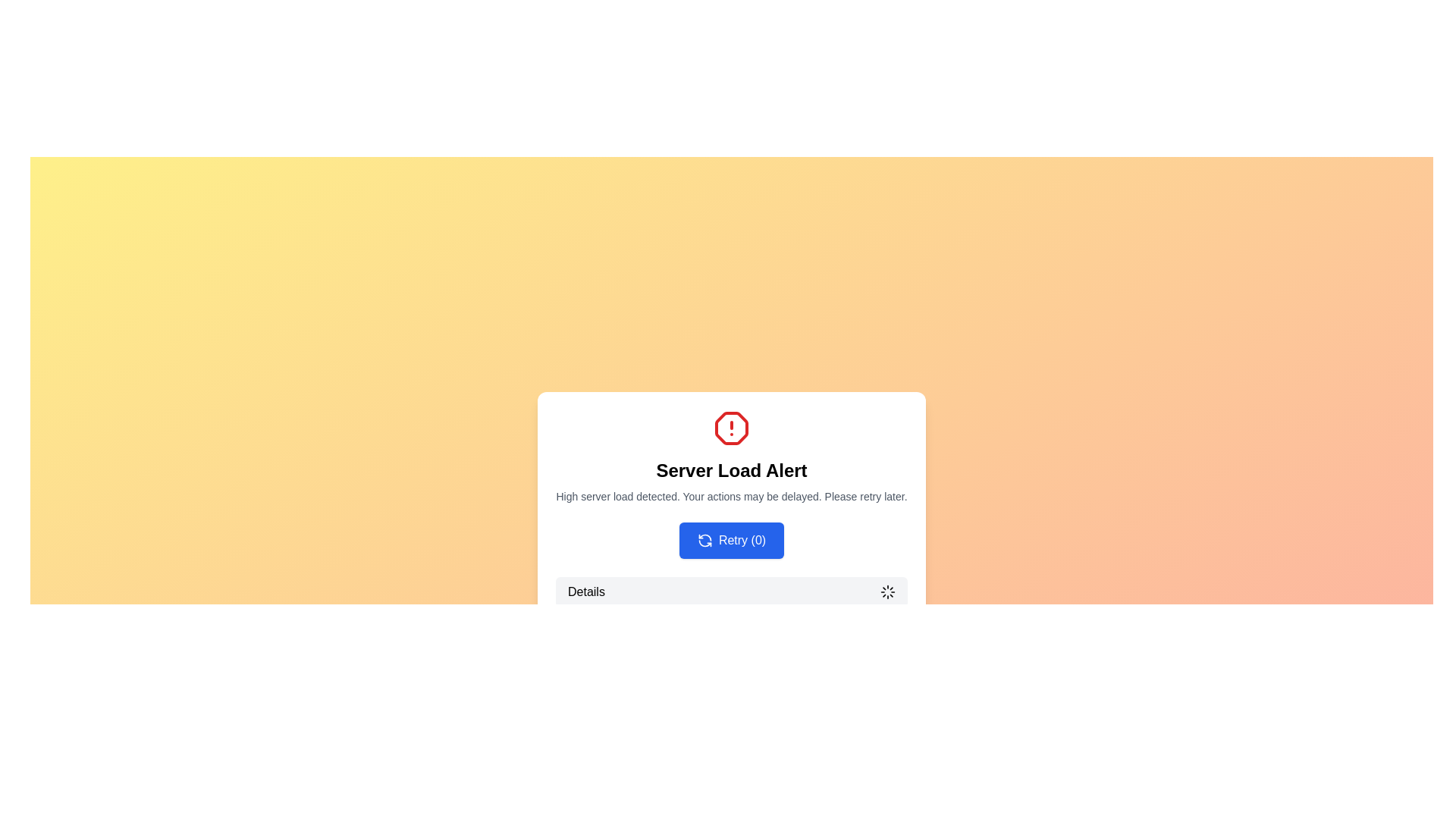 Image resolution: width=1456 pixels, height=819 pixels. What do you see at coordinates (731, 591) in the screenshot?
I see `the button located below the 'Server Load Alert' message` at bounding box center [731, 591].